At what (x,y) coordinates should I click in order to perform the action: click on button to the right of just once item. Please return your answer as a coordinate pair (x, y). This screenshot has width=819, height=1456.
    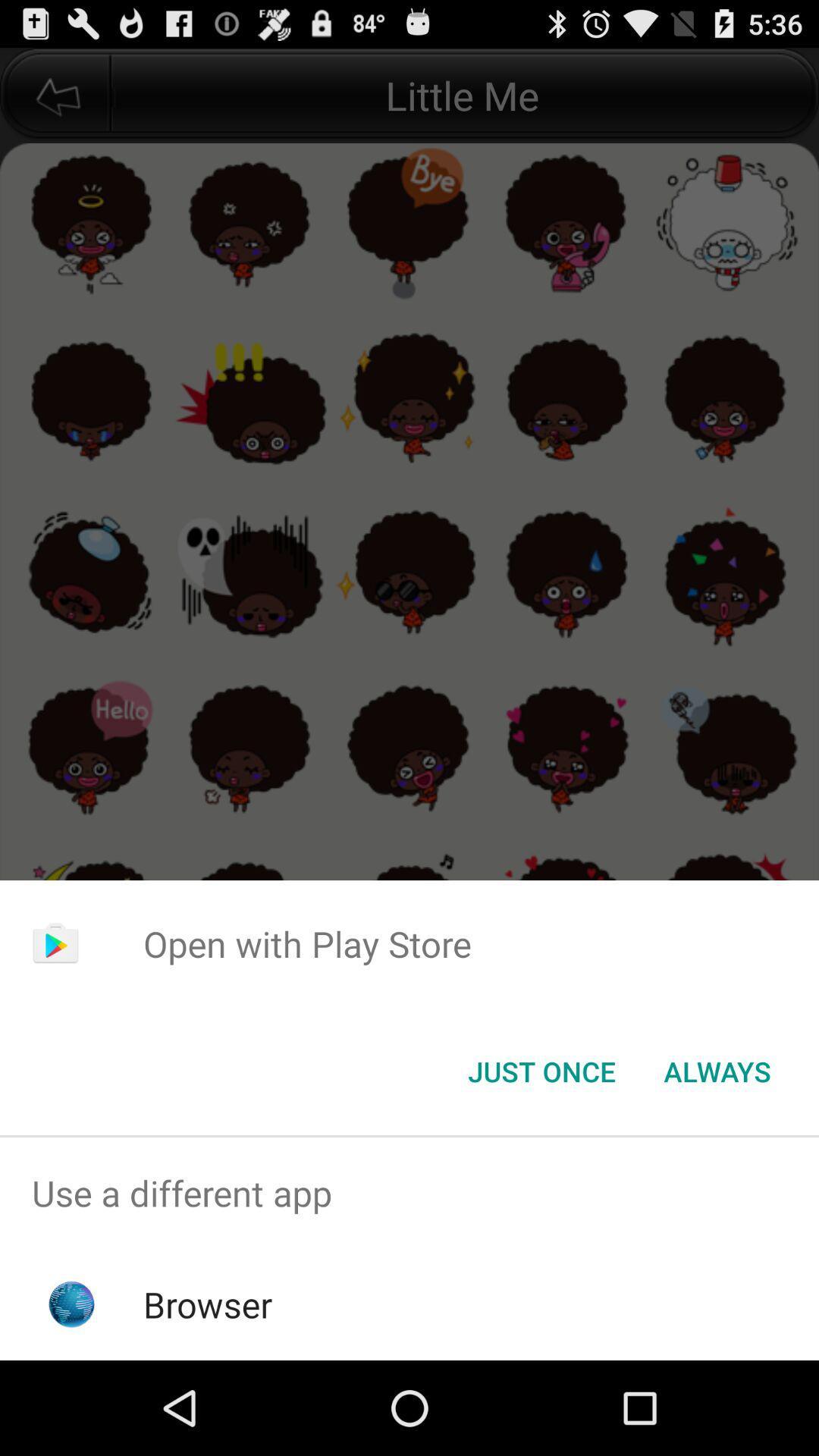
    Looking at the image, I should click on (717, 1070).